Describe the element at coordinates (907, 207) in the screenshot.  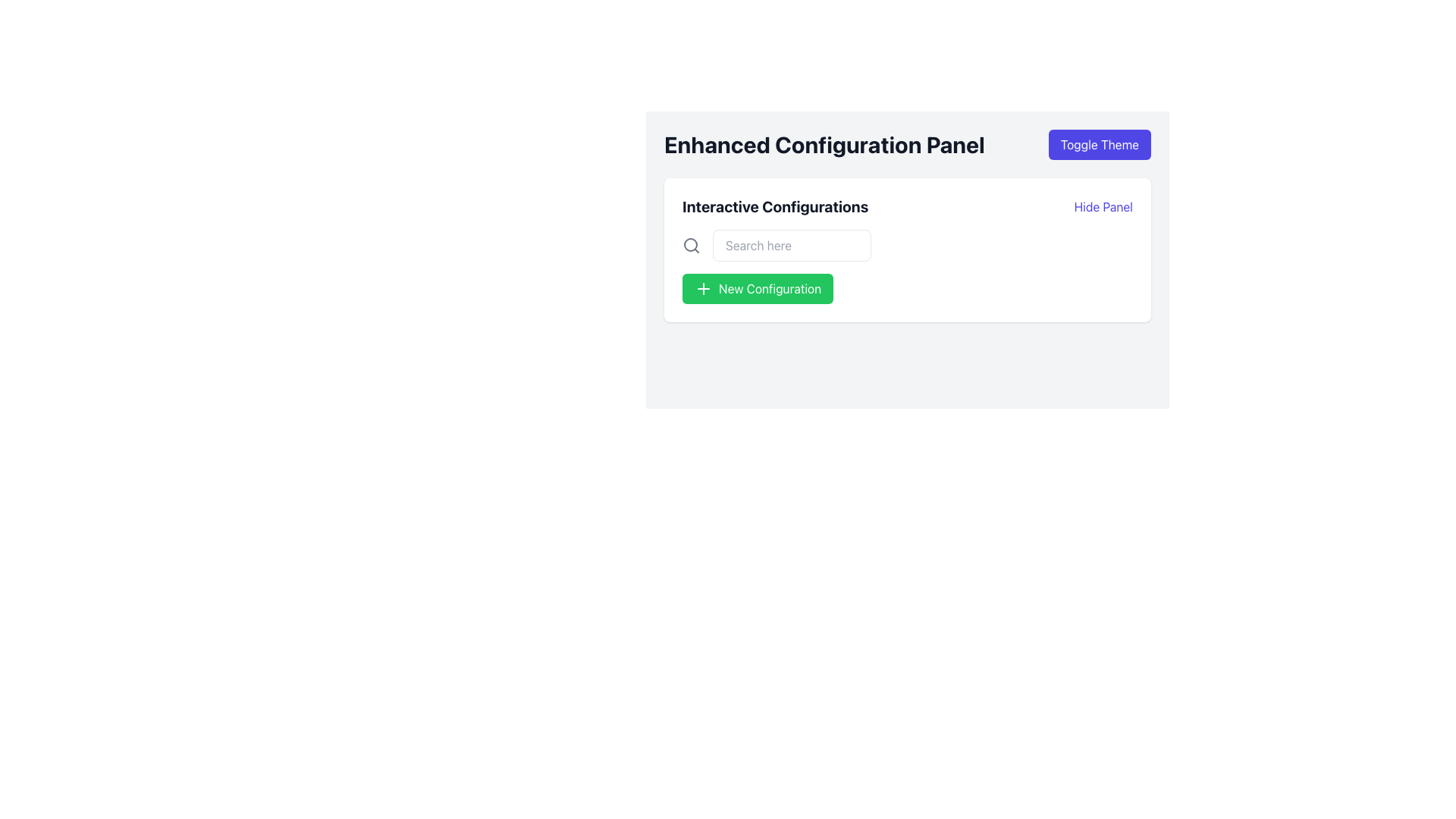
I see `the 'Hide Panel' link on the right side of the element labeled 'Interactive Configurations'` at that location.